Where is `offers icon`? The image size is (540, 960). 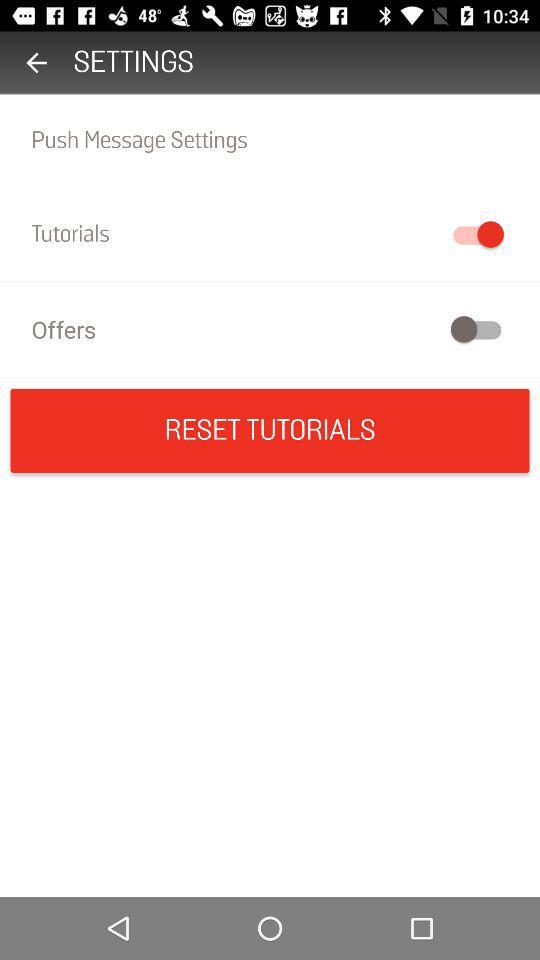 offers icon is located at coordinates (270, 329).